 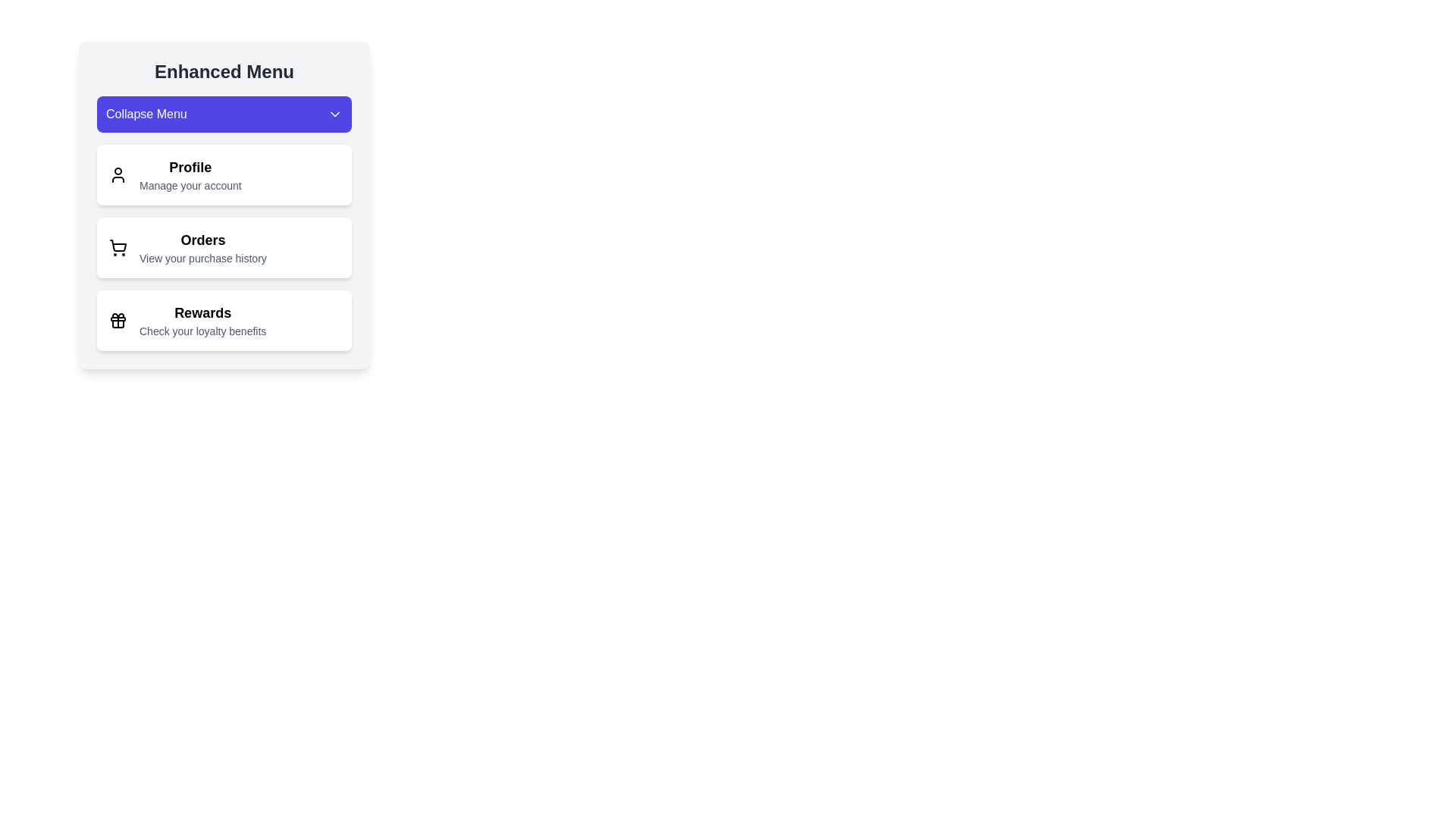 What do you see at coordinates (202, 257) in the screenshot?
I see `the text 'View your purchase history' located below the bolded text 'Orders' within a white card` at bounding box center [202, 257].